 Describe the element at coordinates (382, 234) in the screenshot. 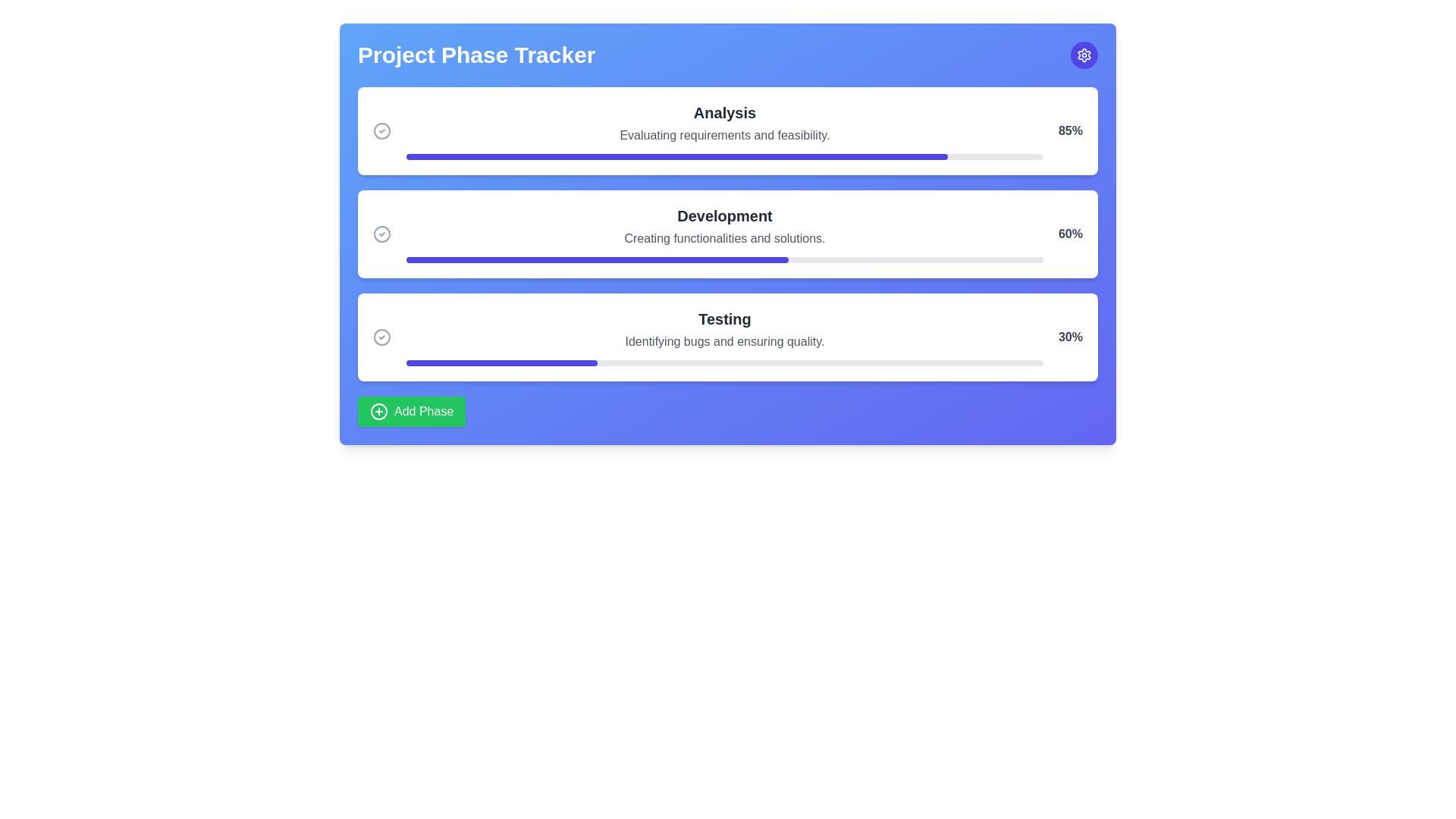

I see `the SVG icon indicating the status or action related to the 'Development' process, located next to the 'Development' heading text` at that location.